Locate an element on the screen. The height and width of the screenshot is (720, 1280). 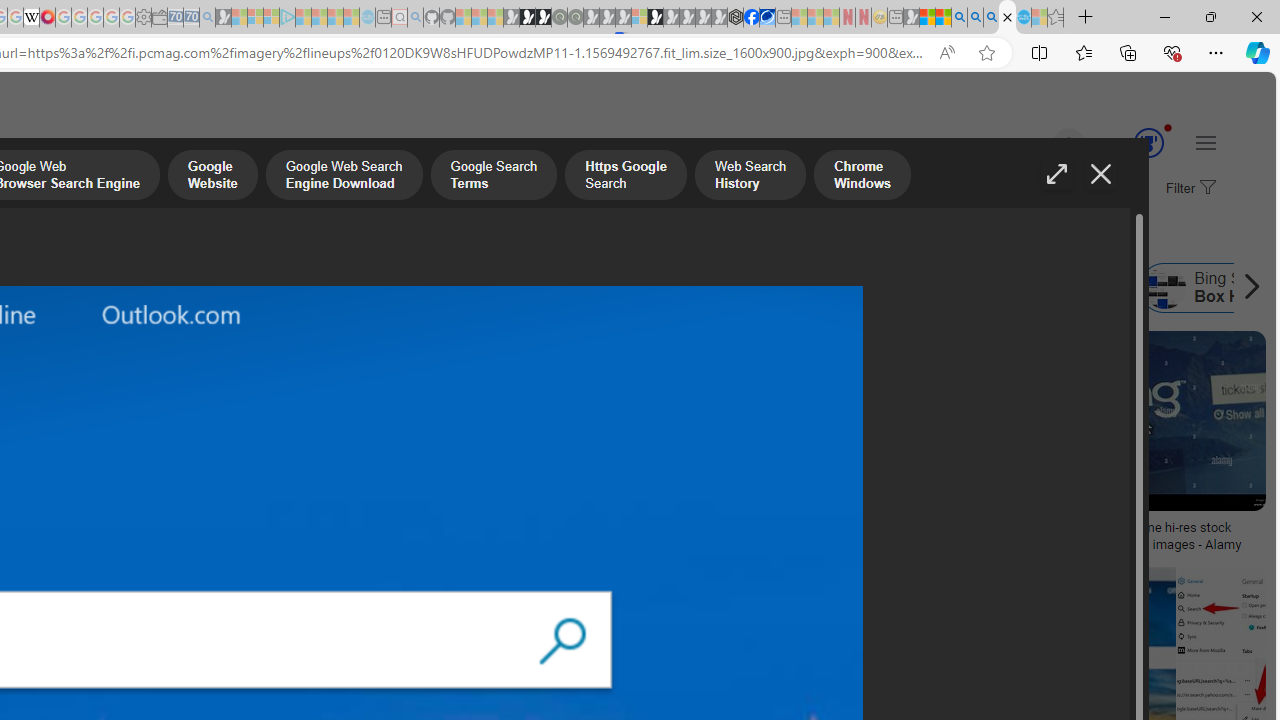
'Services - Maintenance | Sky Blue Bikes - Sky Blue Bikes' is located at coordinates (1023, 17).